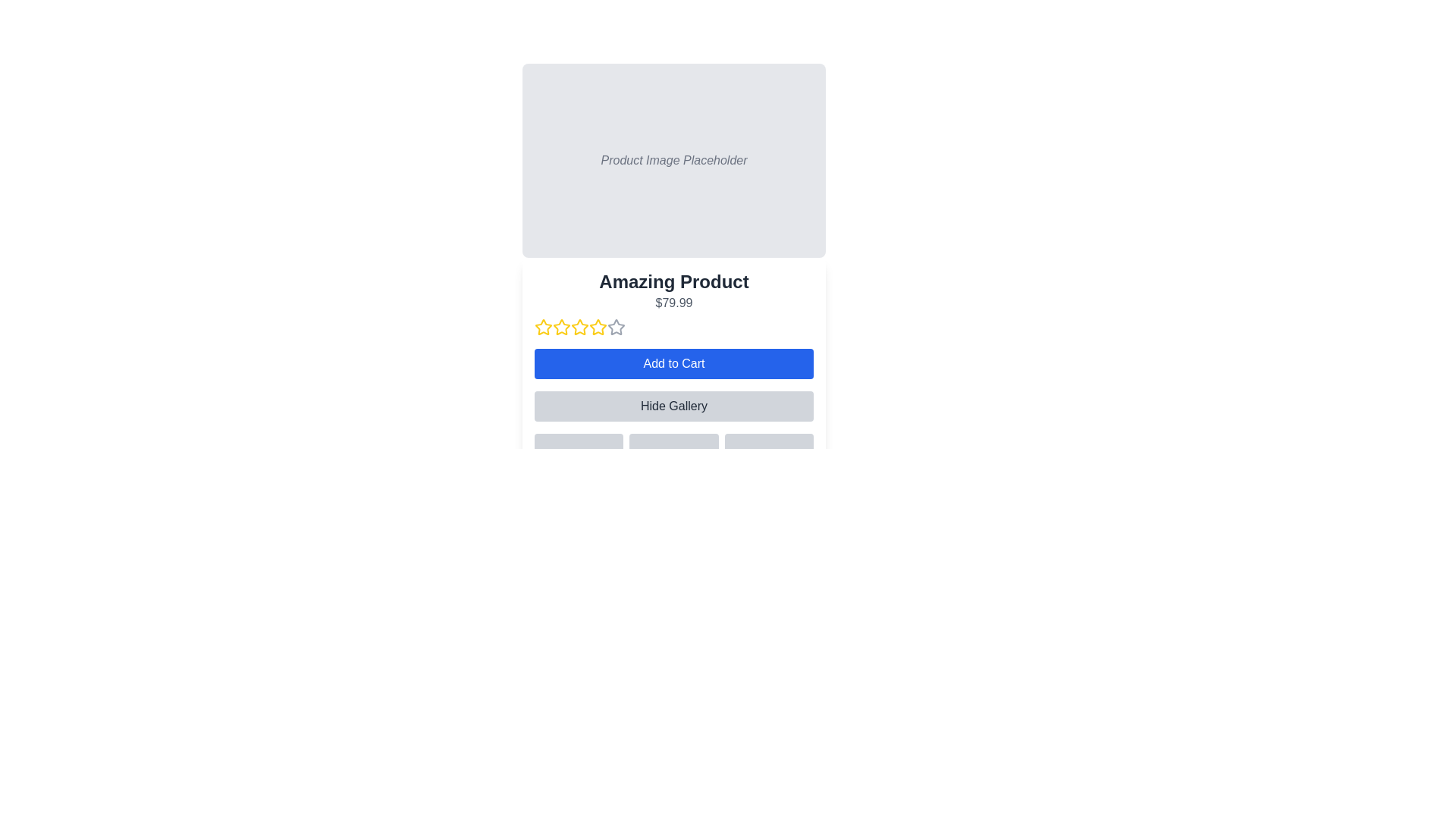  I want to click on the second star rating icon, which is outlined in yellow and indicates a two-star rating option, so click(560, 326).